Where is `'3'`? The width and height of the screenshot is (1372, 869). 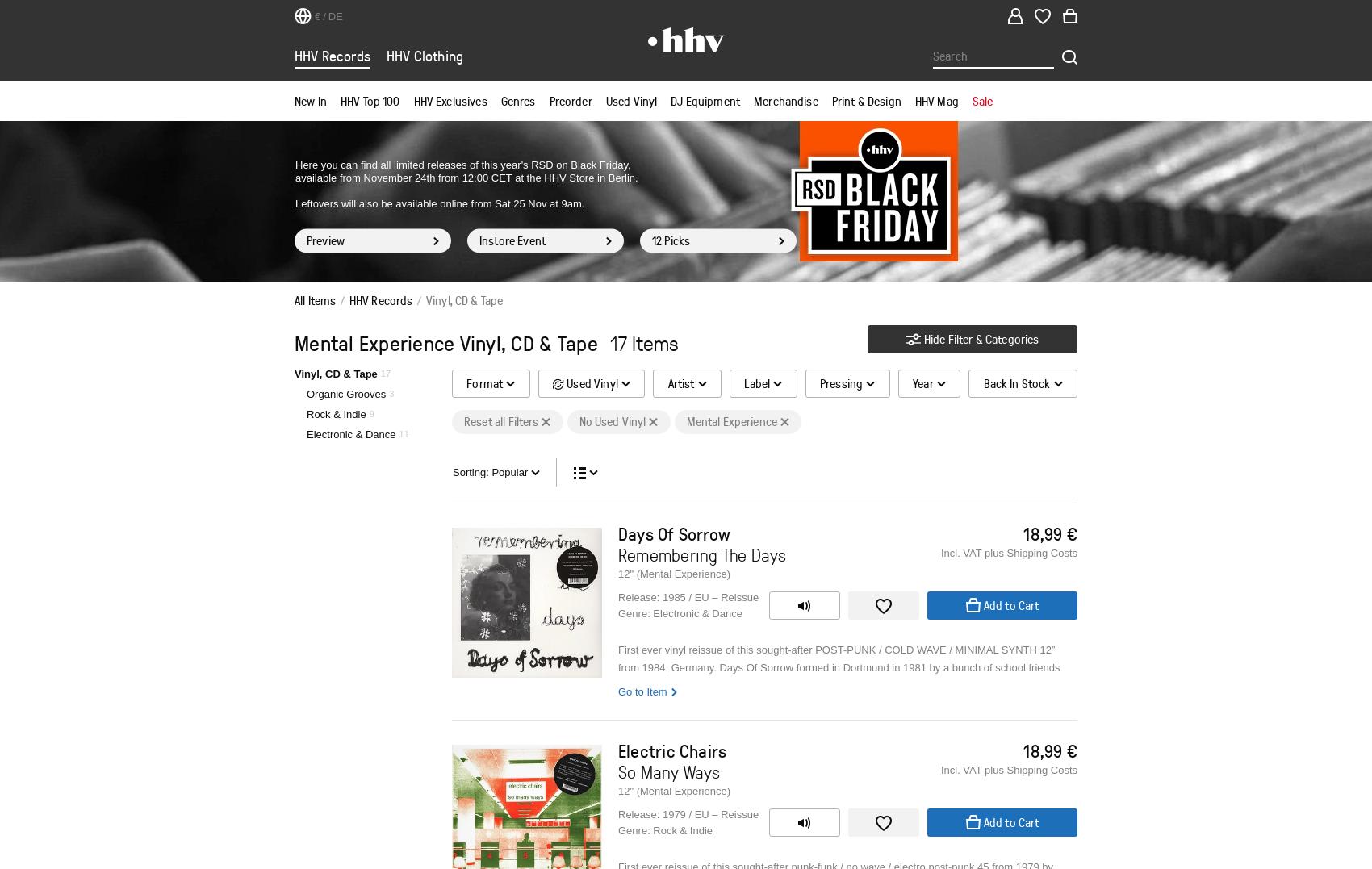
'3' is located at coordinates (388, 393).